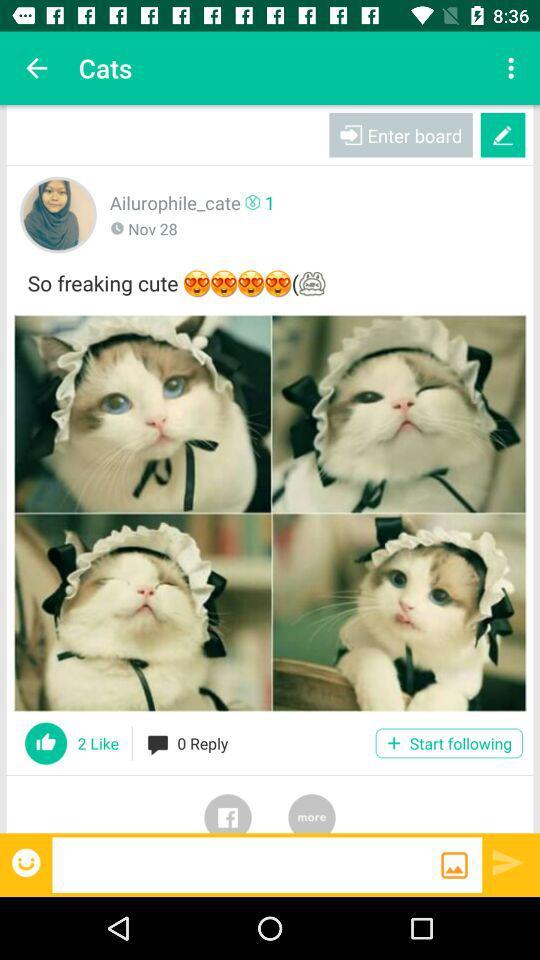  What do you see at coordinates (27, 861) in the screenshot?
I see `the emoji icon` at bounding box center [27, 861].